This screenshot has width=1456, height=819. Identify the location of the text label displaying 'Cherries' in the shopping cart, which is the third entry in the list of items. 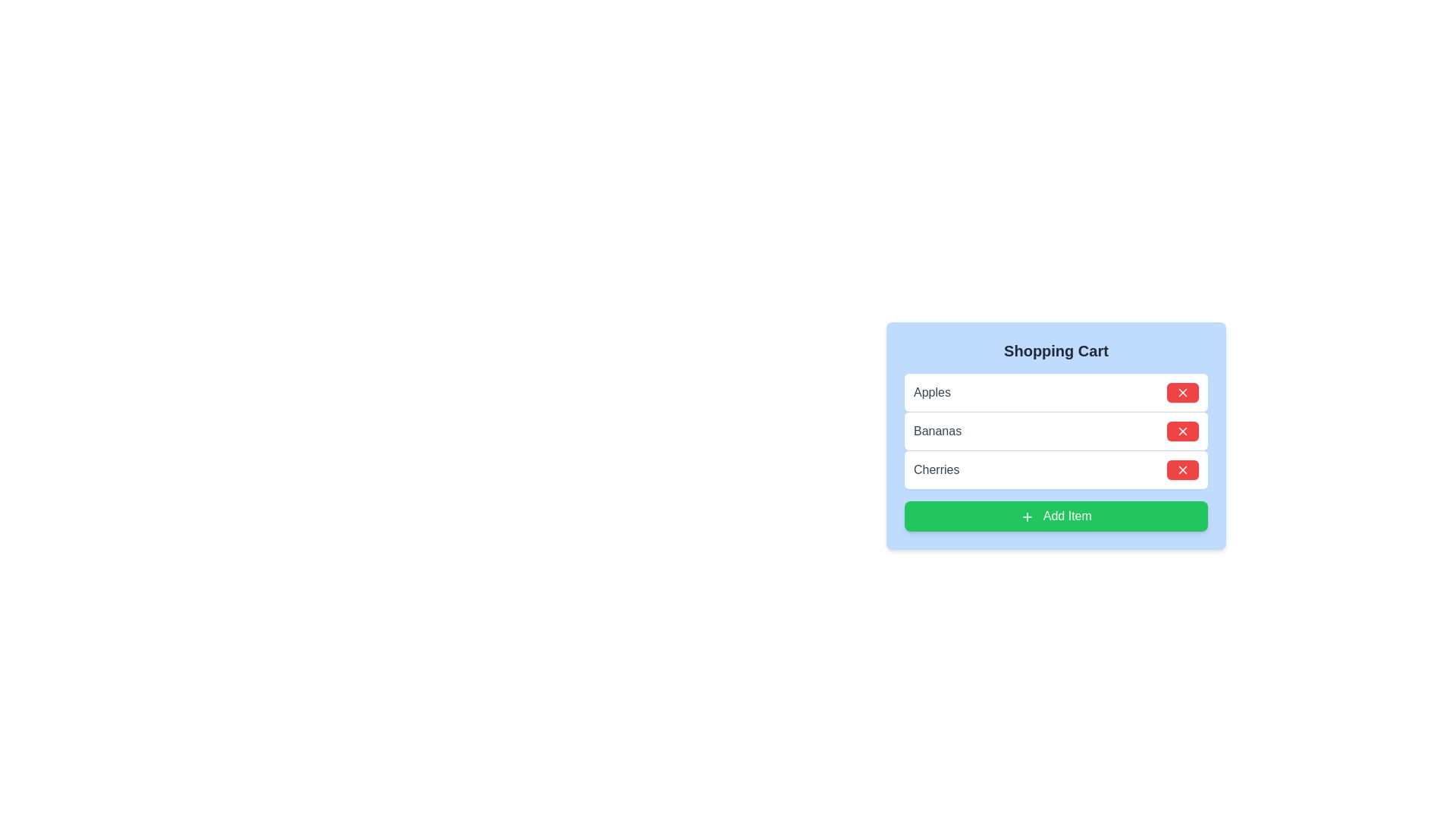
(936, 469).